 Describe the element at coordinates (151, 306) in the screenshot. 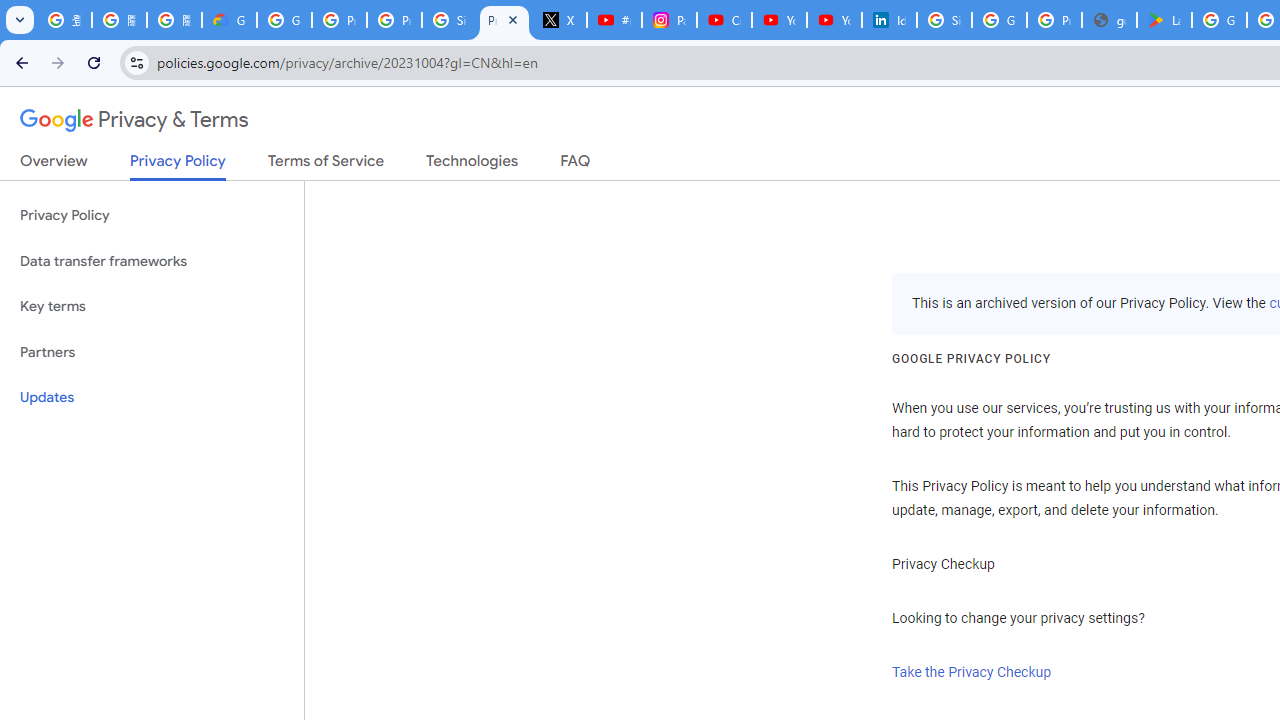

I see `'Key terms'` at that location.